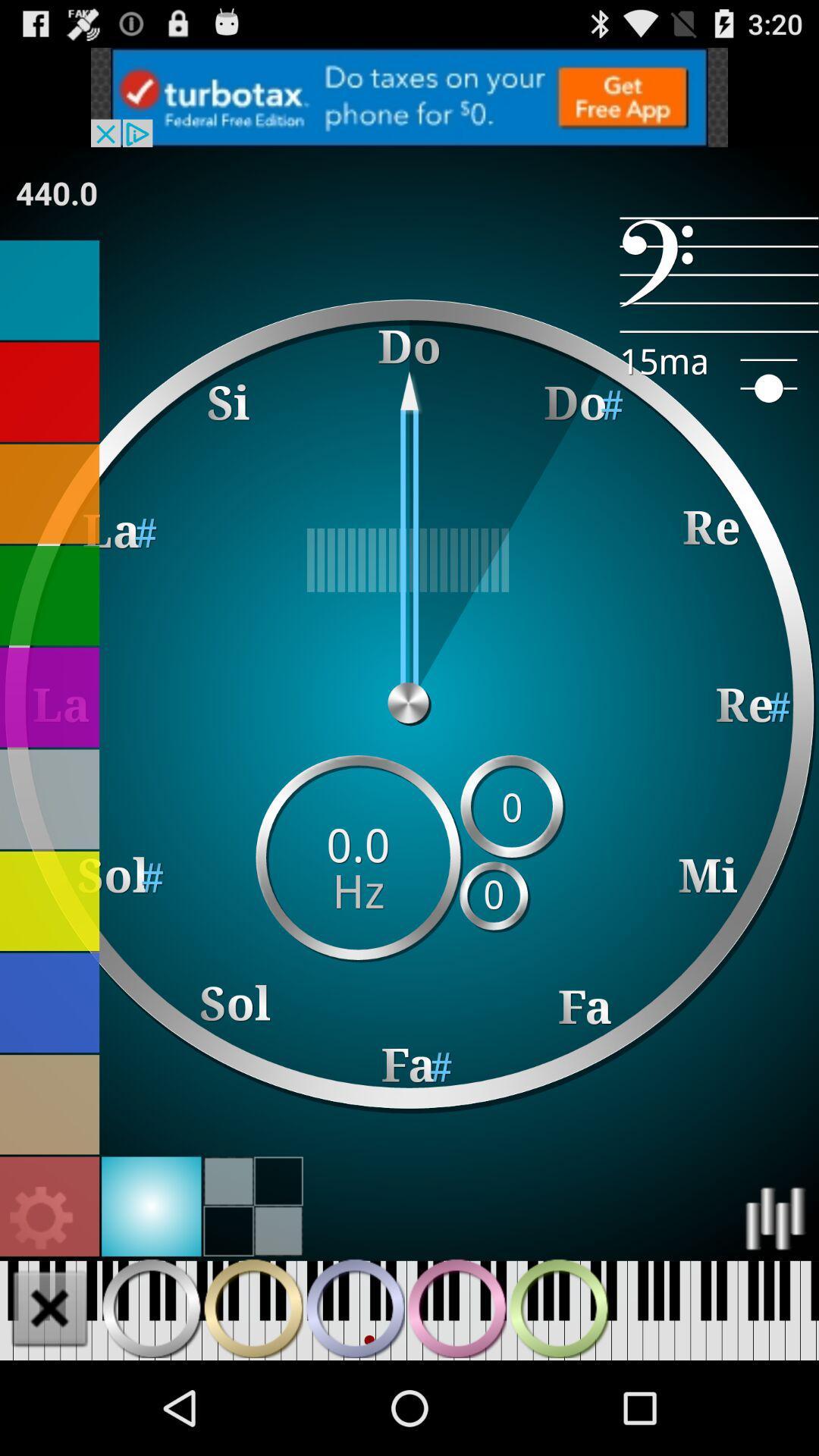 The height and width of the screenshot is (1456, 819). Describe the element at coordinates (41, 1219) in the screenshot. I see `open settings` at that location.